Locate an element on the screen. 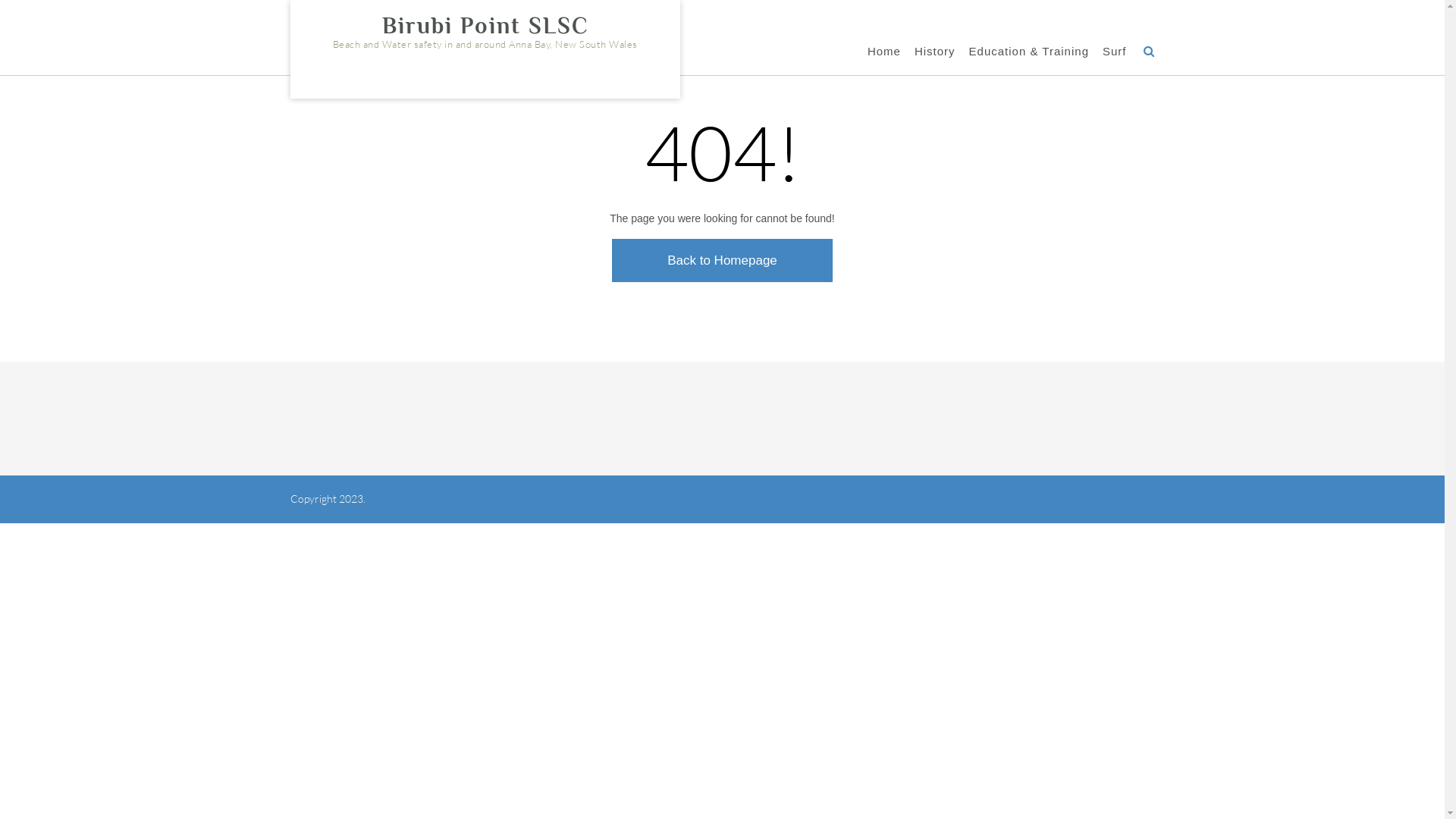 The height and width of the screenshot is (819, 1456). 'Birubi Point SLSC' is located at coordinates (483, 26).